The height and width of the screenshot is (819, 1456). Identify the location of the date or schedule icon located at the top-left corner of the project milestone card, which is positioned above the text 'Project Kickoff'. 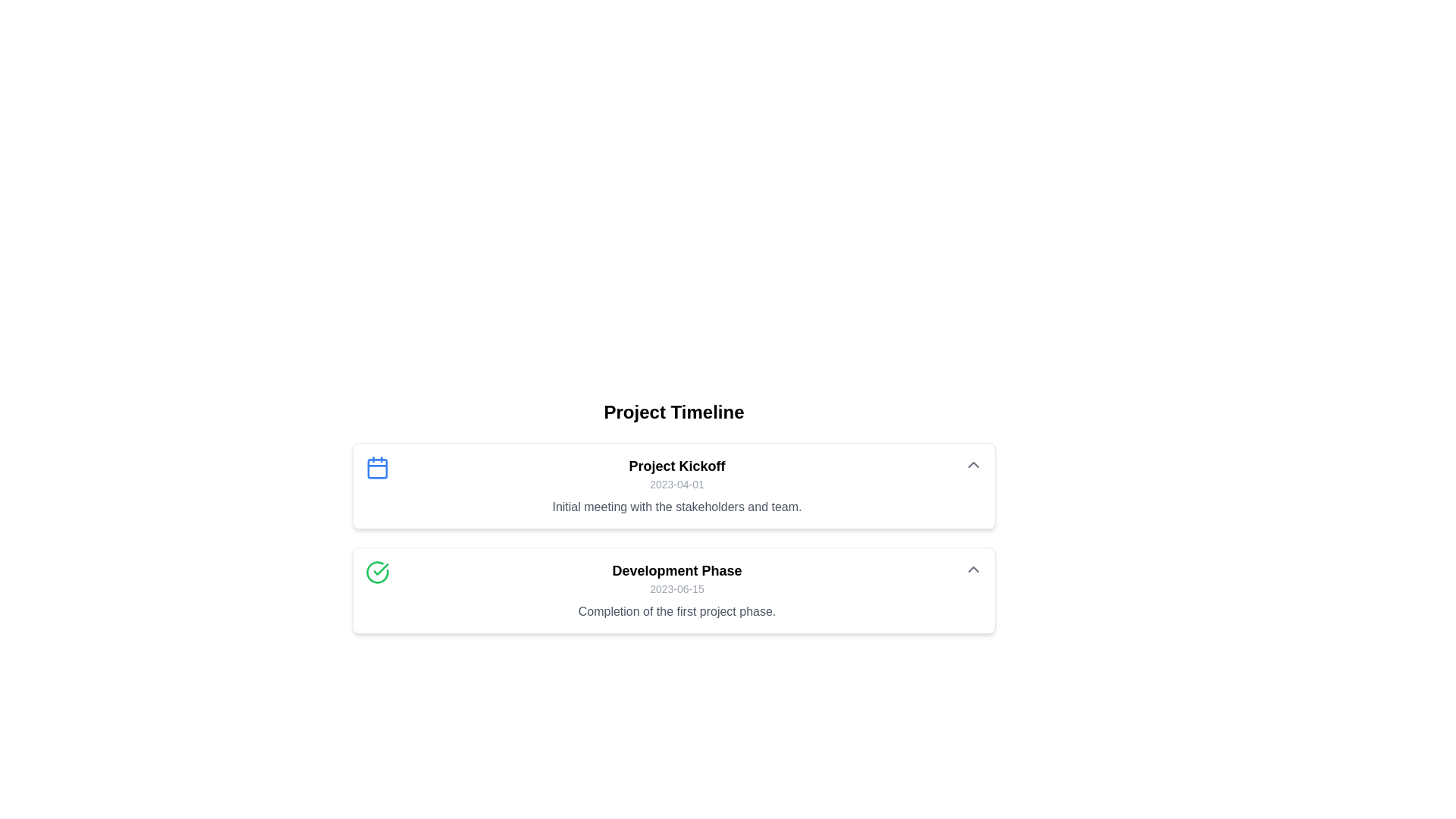
(378, 467).